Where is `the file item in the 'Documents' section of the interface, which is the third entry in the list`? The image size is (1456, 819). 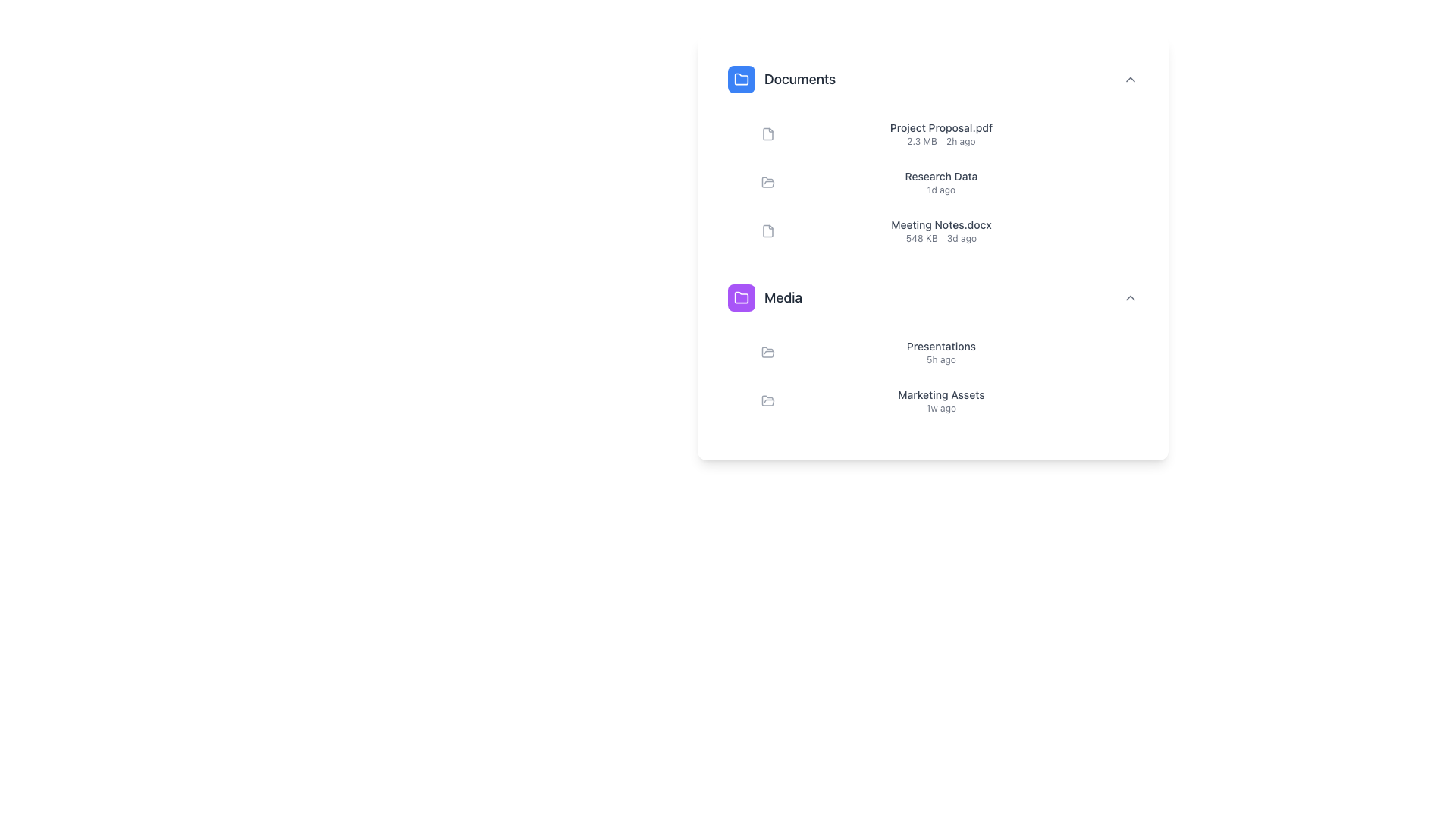
the file item in the 'Documents' section of the interface, which is the third entry in the list is located at coordinates (940, 231).